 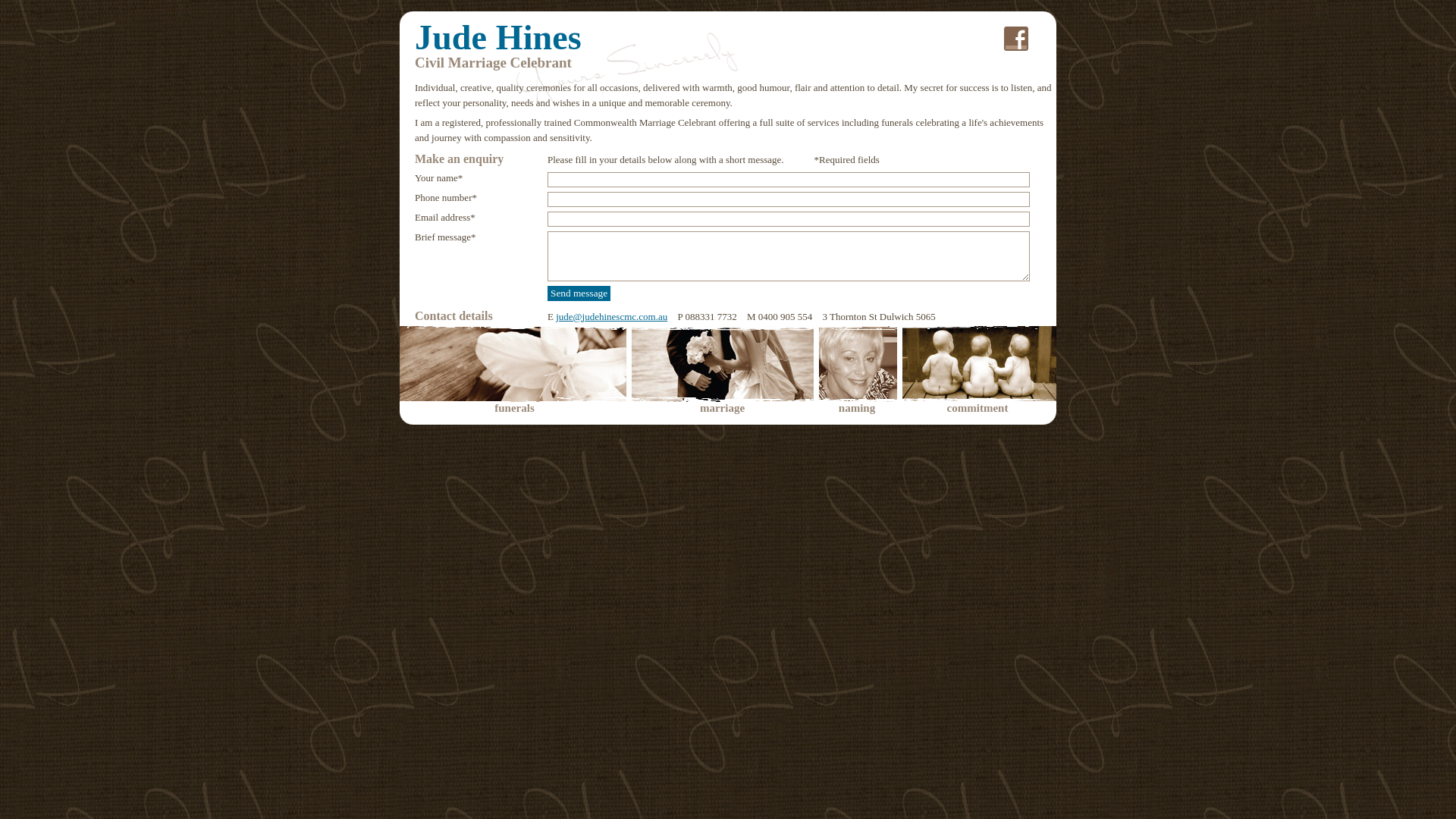 What do you see at coordinates (1004, 37) in the screenshot?
I see `'.'` at bounding box center [1004, 37].